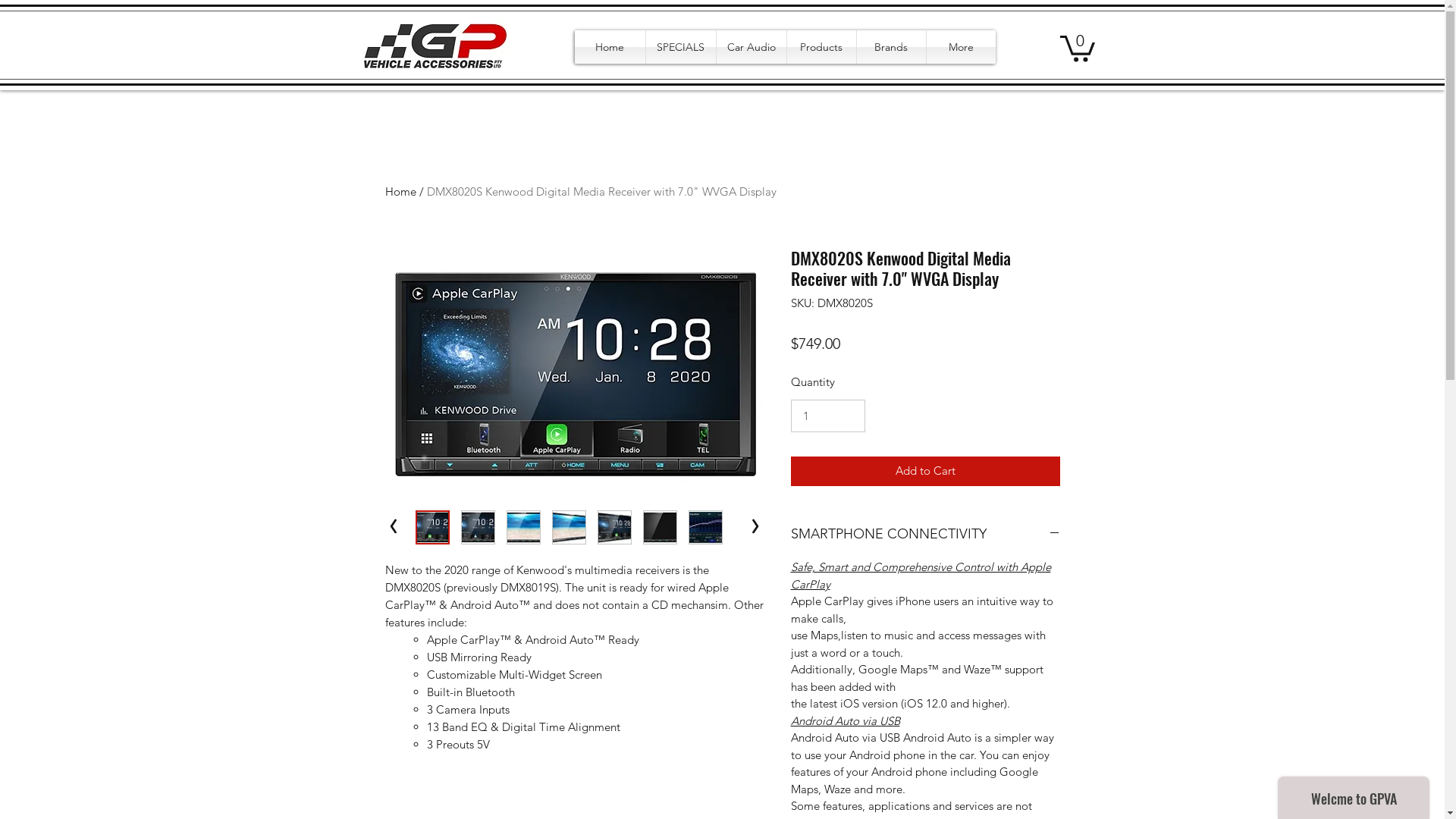 The width and height of the screenshot is (1456, 819). Describe the element at coordinates (924, 470) in the screenshot. I see `'Add to Cart'` at that location.